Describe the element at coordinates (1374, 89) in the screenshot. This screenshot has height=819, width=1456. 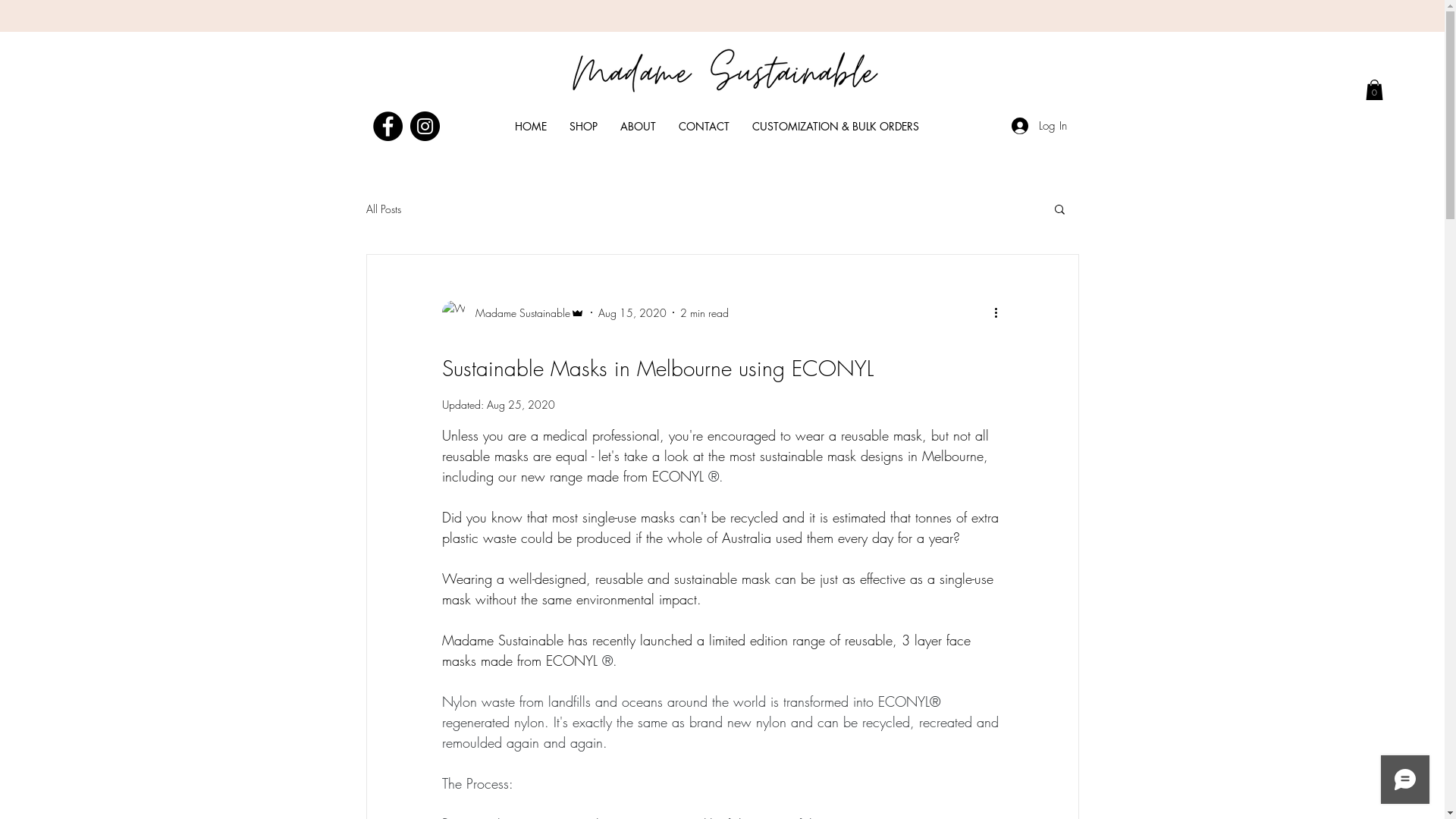
I see `'0'` at that location.